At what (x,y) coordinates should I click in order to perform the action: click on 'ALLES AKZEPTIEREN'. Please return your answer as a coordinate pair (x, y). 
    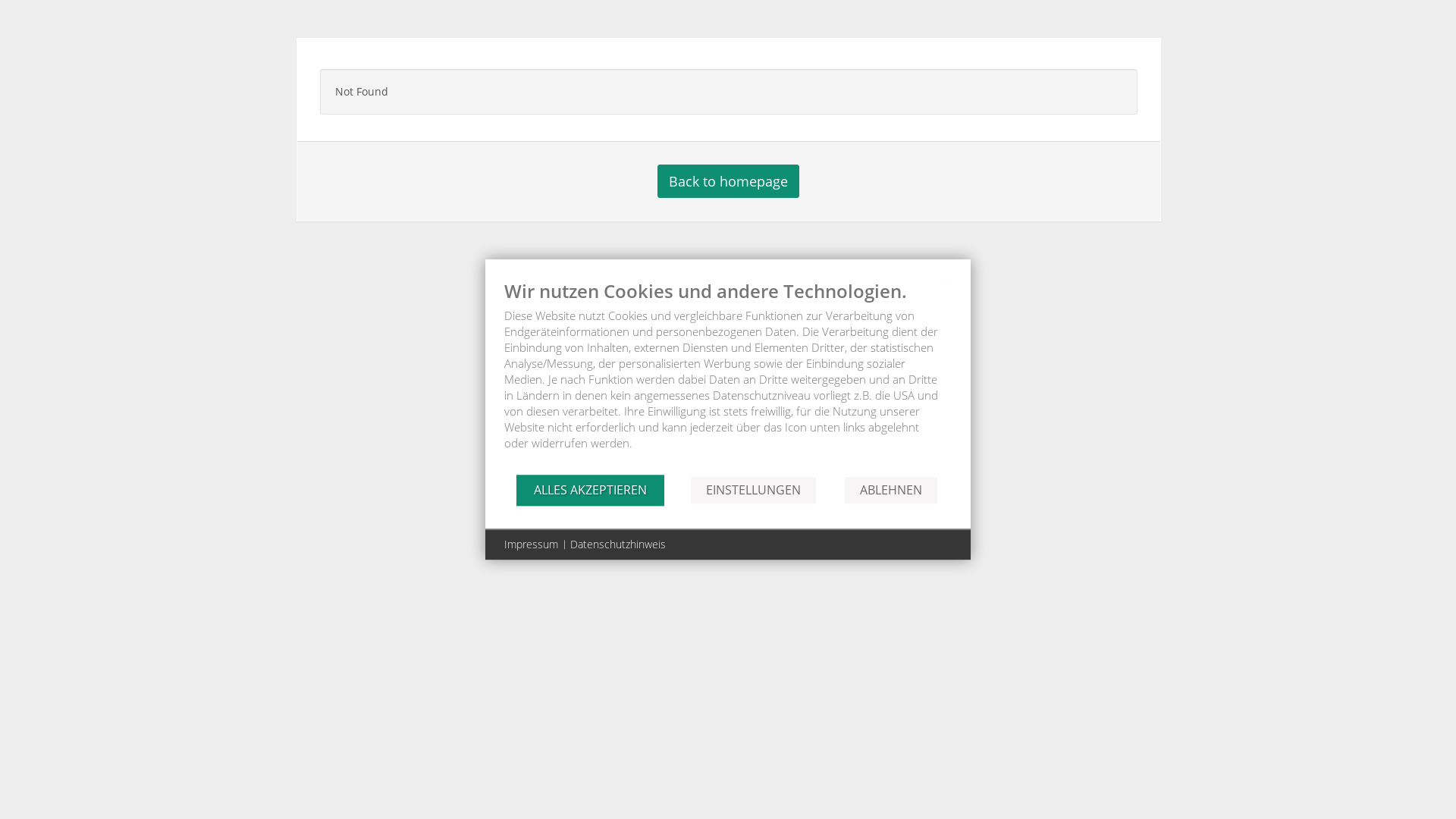
    Looking at the image, I should click on (516, 490).